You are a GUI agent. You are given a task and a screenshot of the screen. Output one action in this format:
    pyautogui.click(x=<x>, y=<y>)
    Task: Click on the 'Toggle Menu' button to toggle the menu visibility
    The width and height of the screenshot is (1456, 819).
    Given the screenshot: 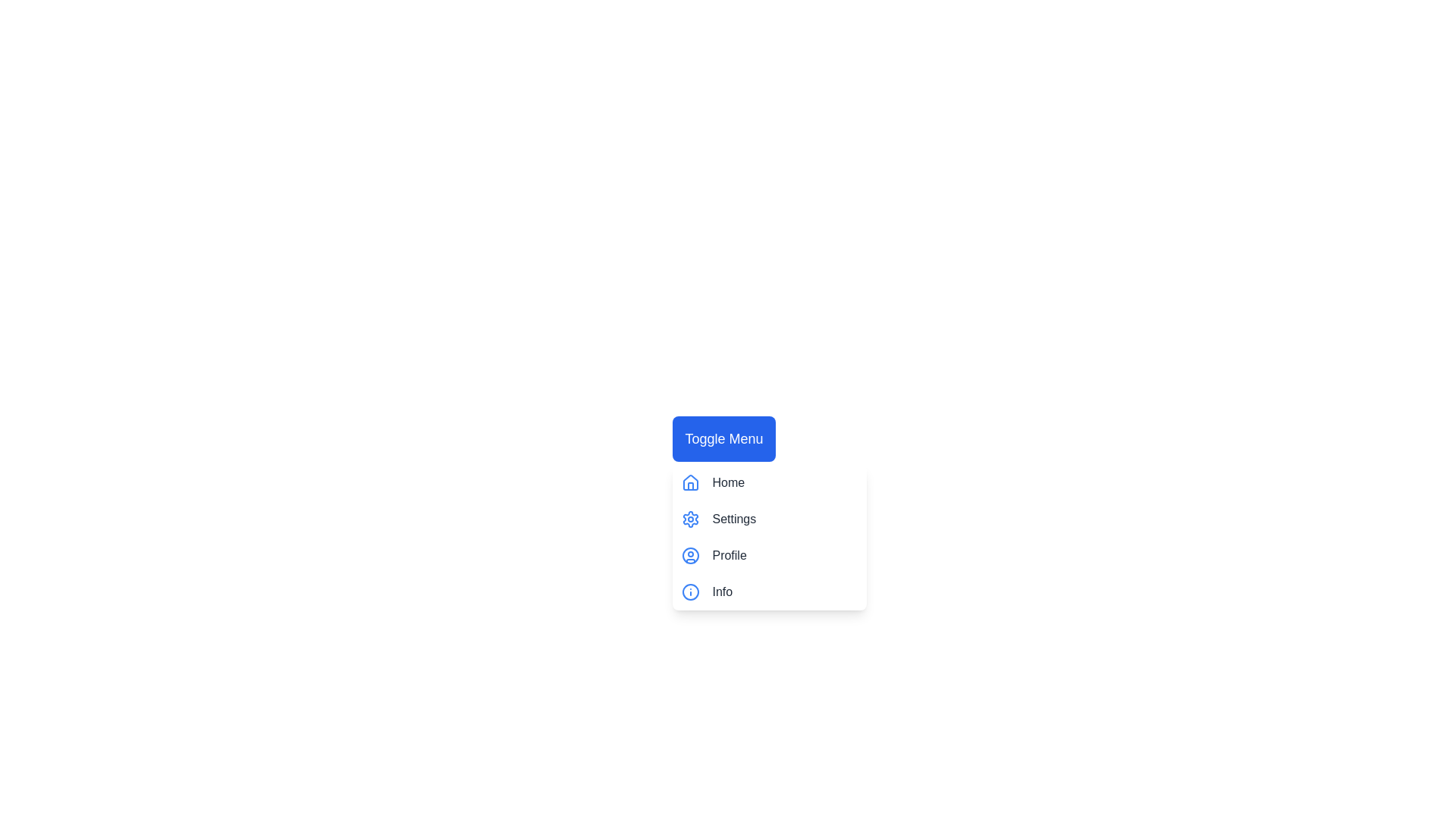 What is the action you would take?
    pyautogui.click(x=723, y=438)
    